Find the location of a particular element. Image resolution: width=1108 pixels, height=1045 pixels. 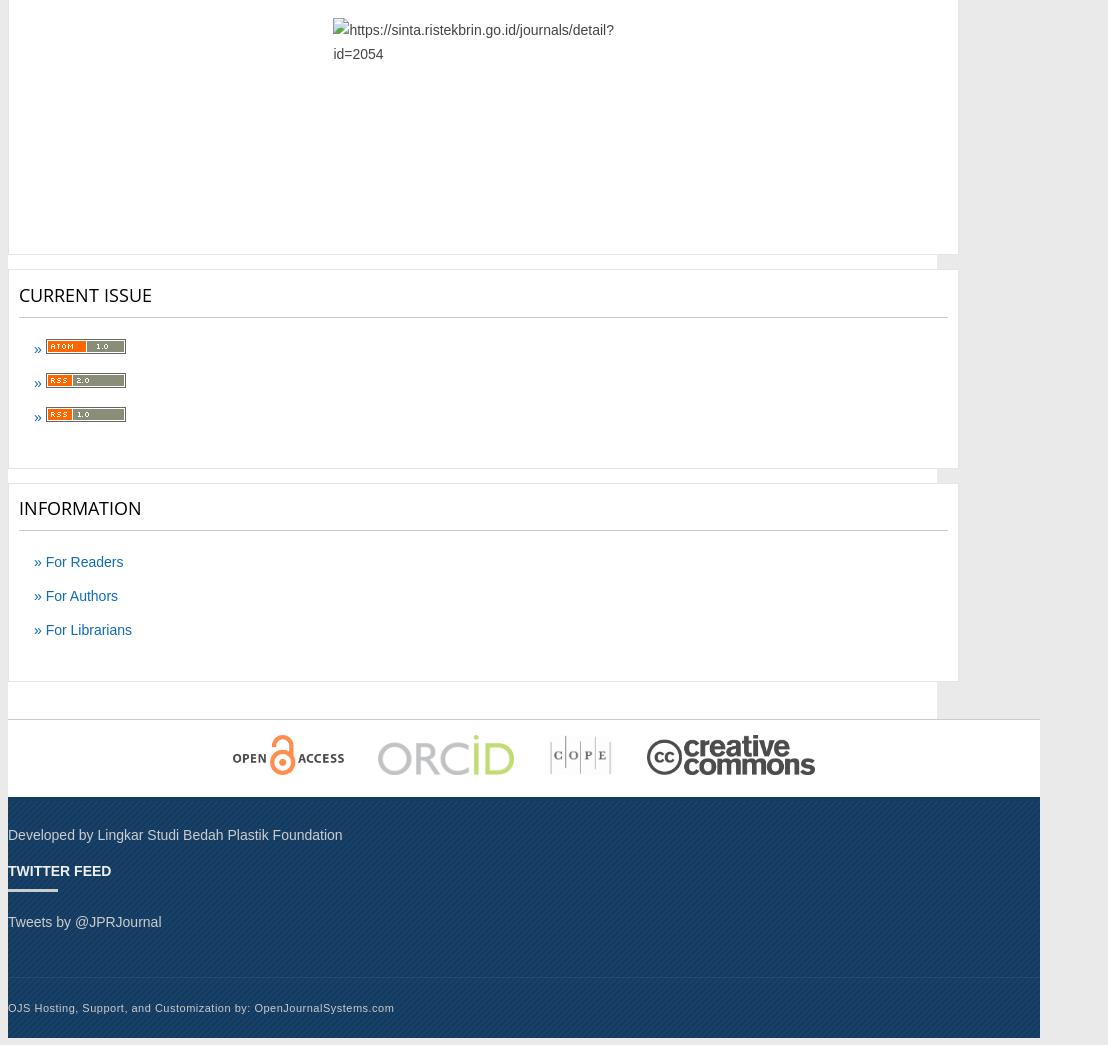

'Tweets by @JPRJournal' is located at coordinates (83, 920).